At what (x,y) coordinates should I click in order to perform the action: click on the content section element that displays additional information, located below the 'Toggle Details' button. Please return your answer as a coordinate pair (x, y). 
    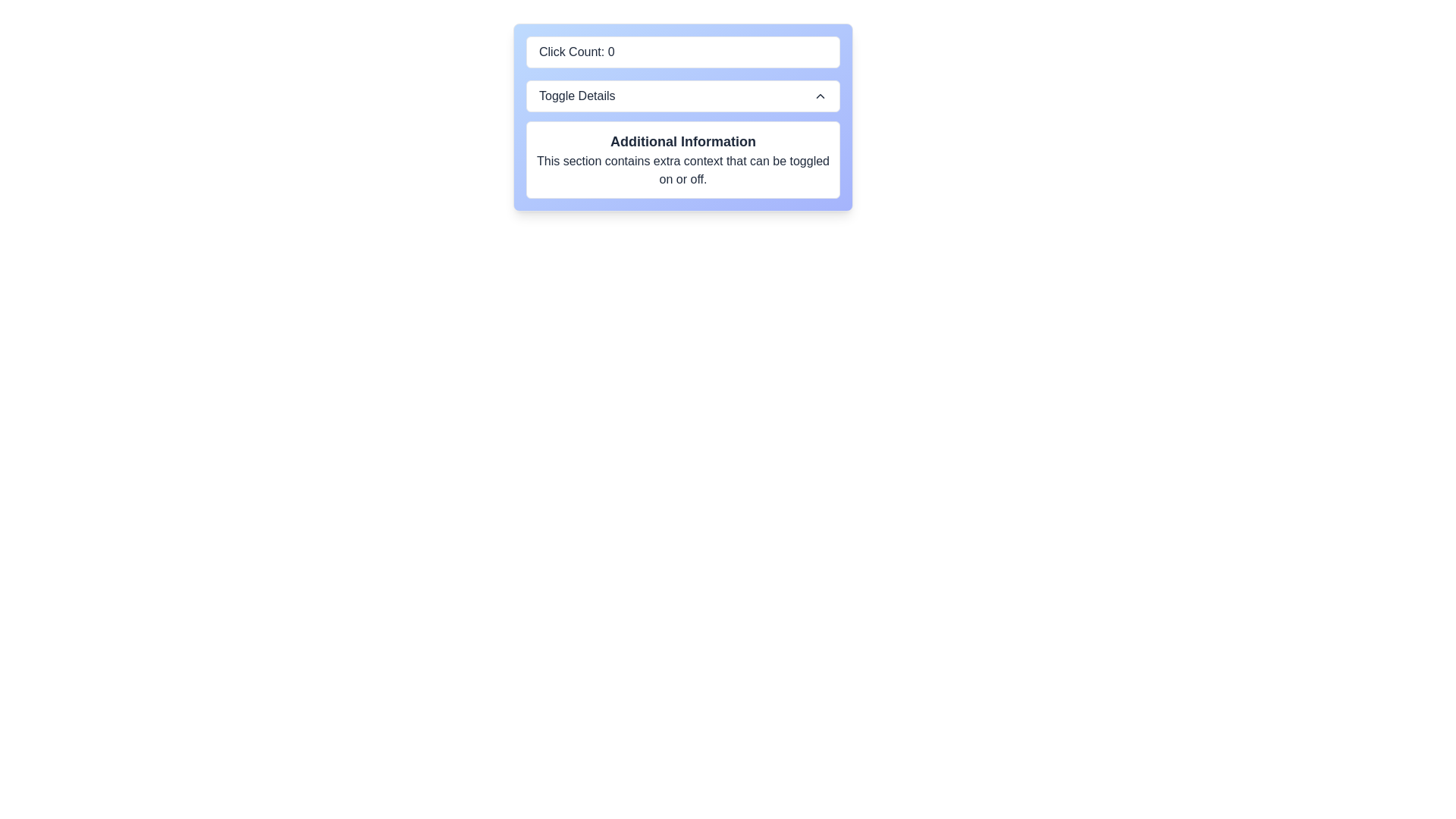
    Looking at the image, I should click on (682, 160).